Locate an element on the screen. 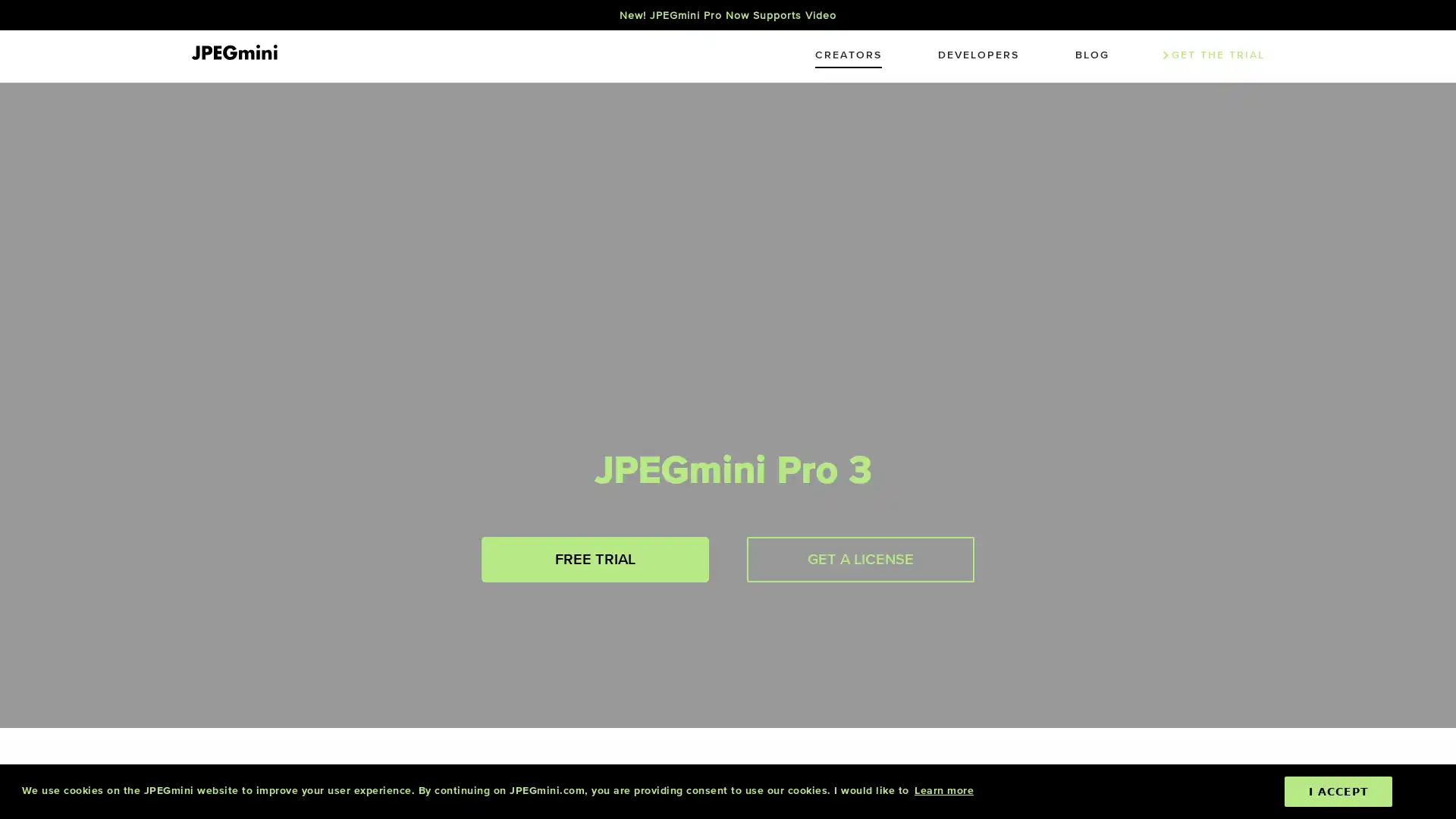 The image size is (1456, 819). dismiss cookie message is located at coordinates (1338, 791).